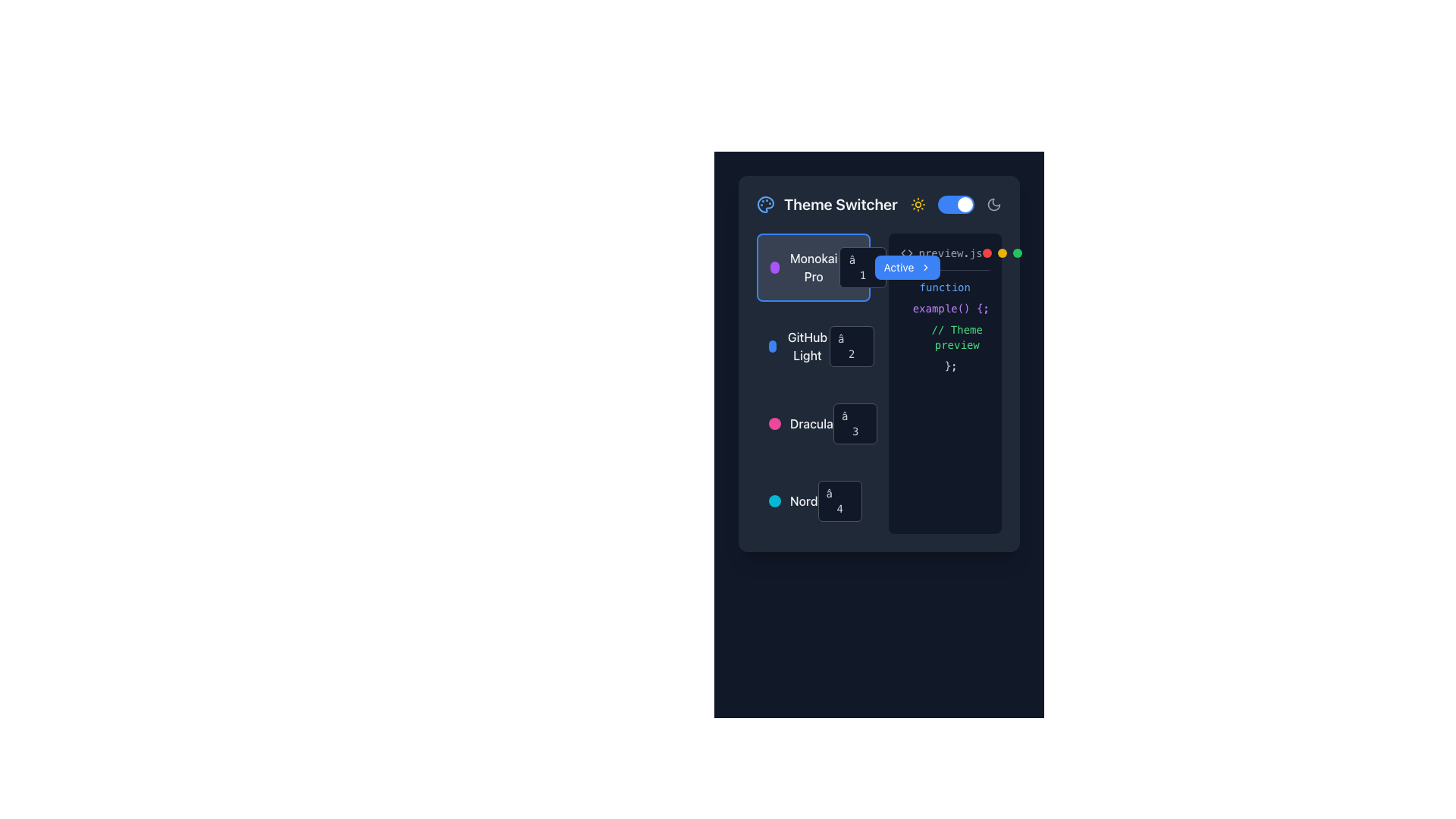 This screenshot has width=1456, height=819. I want to click on the palette icon located at the top left of the interface, which is the first element in its grouping and positioned immediately to the left of the 'Theme Switcher' text, so click(765, 205).